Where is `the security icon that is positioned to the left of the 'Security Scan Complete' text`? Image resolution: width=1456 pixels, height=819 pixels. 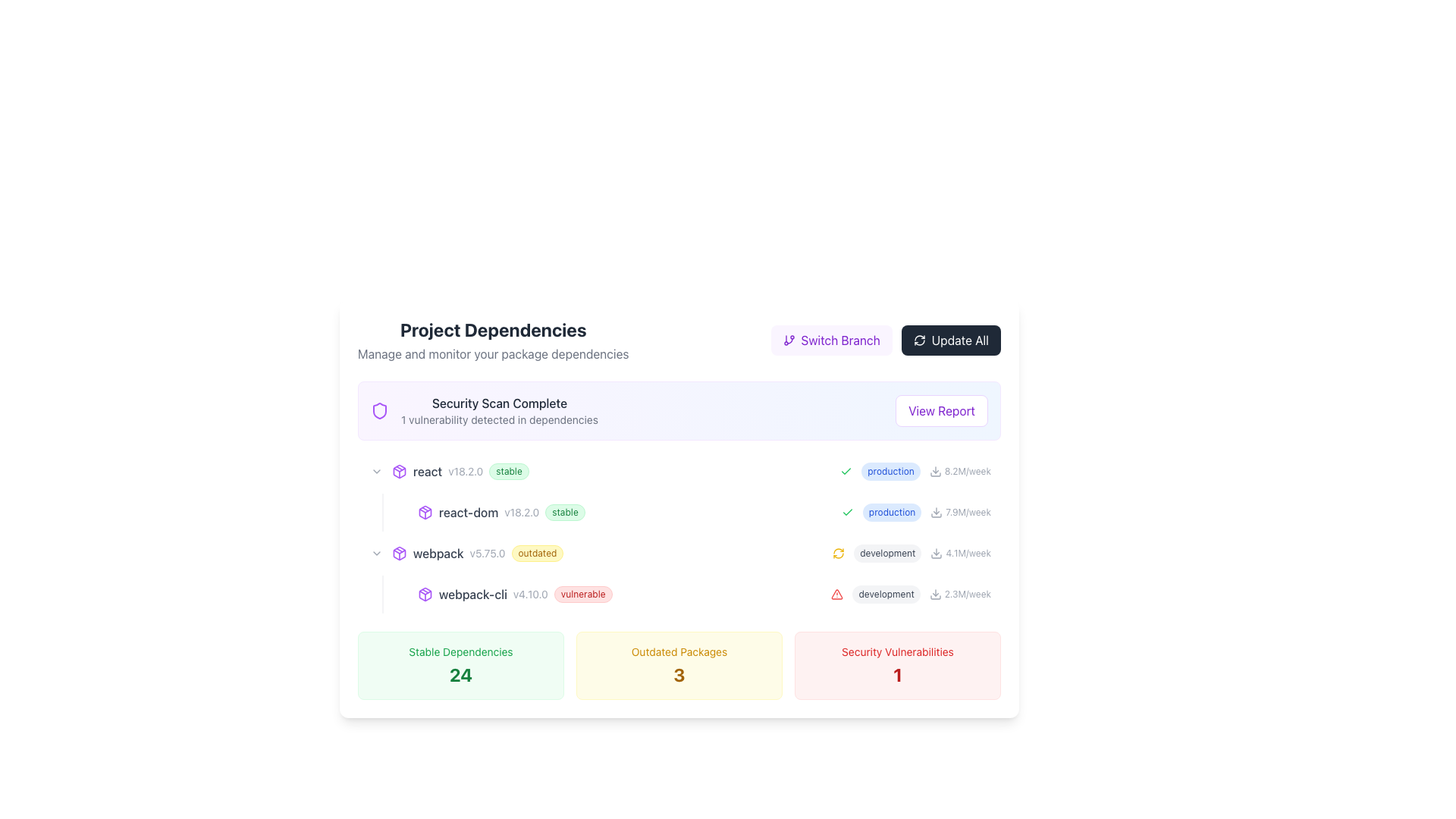
the security icon that is positioned to the left of the 'Security Scan Complete' text is located at coordinates (379, 411).